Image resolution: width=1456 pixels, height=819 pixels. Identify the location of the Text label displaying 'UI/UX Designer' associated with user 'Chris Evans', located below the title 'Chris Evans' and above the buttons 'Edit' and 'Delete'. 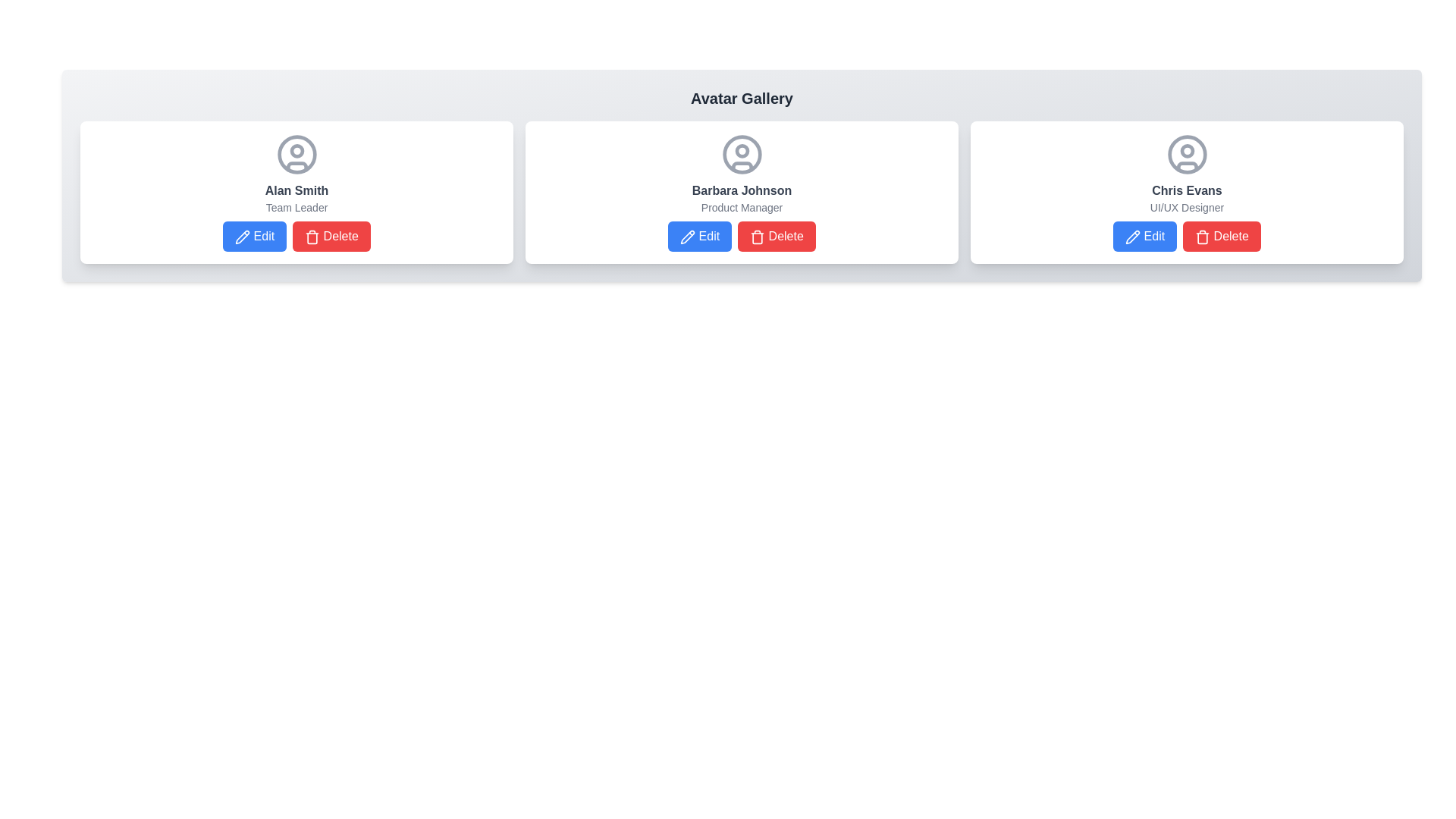
(1186, 207).